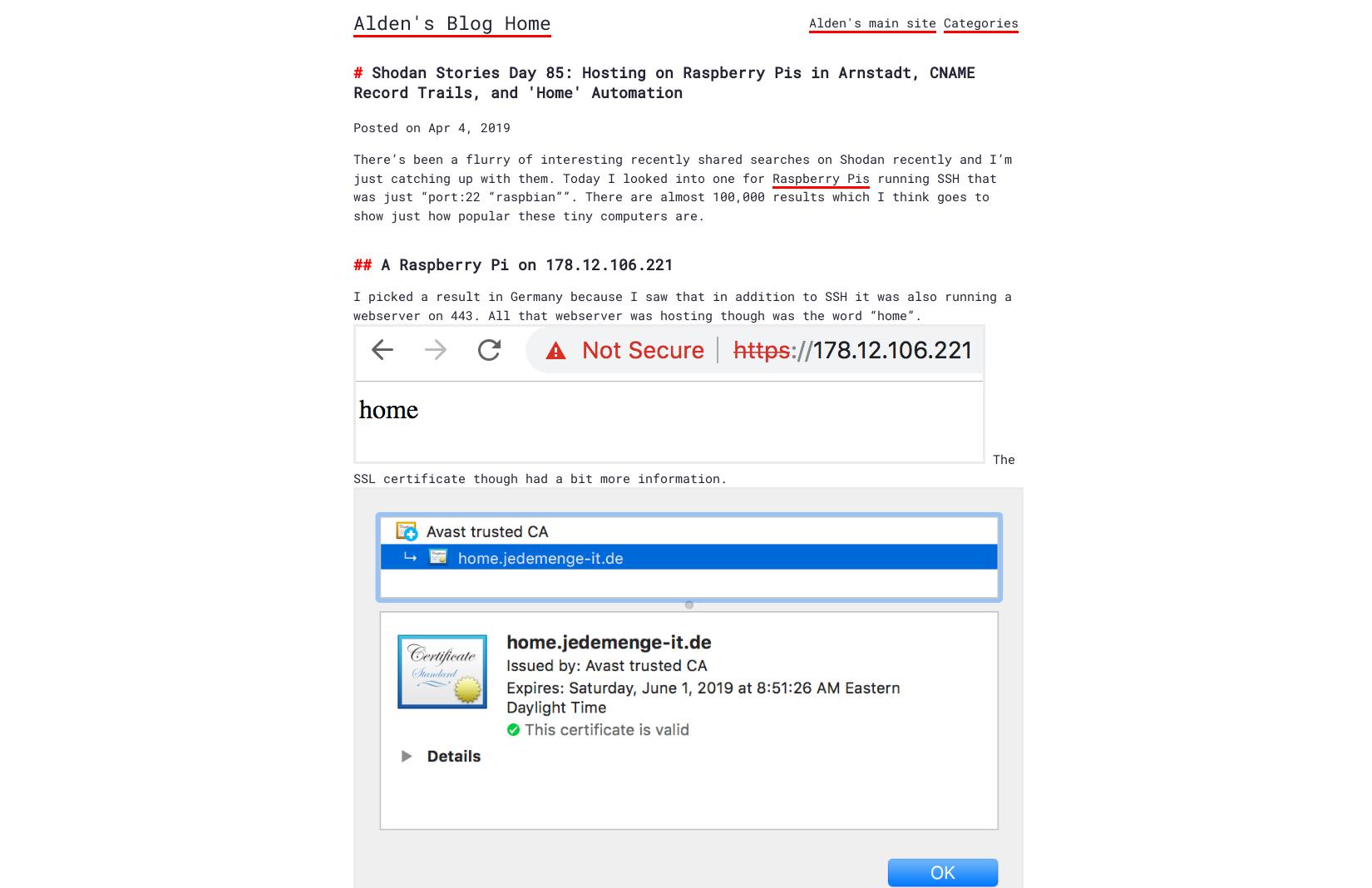  What do you see at coordinates (353, 167) in the screenshot?
I see `'There’s been a flurry of interesting recently shared searches on Shodan recently and I’m just catching up with them. Today I looked into one for'` at bounding box center [353, 167].